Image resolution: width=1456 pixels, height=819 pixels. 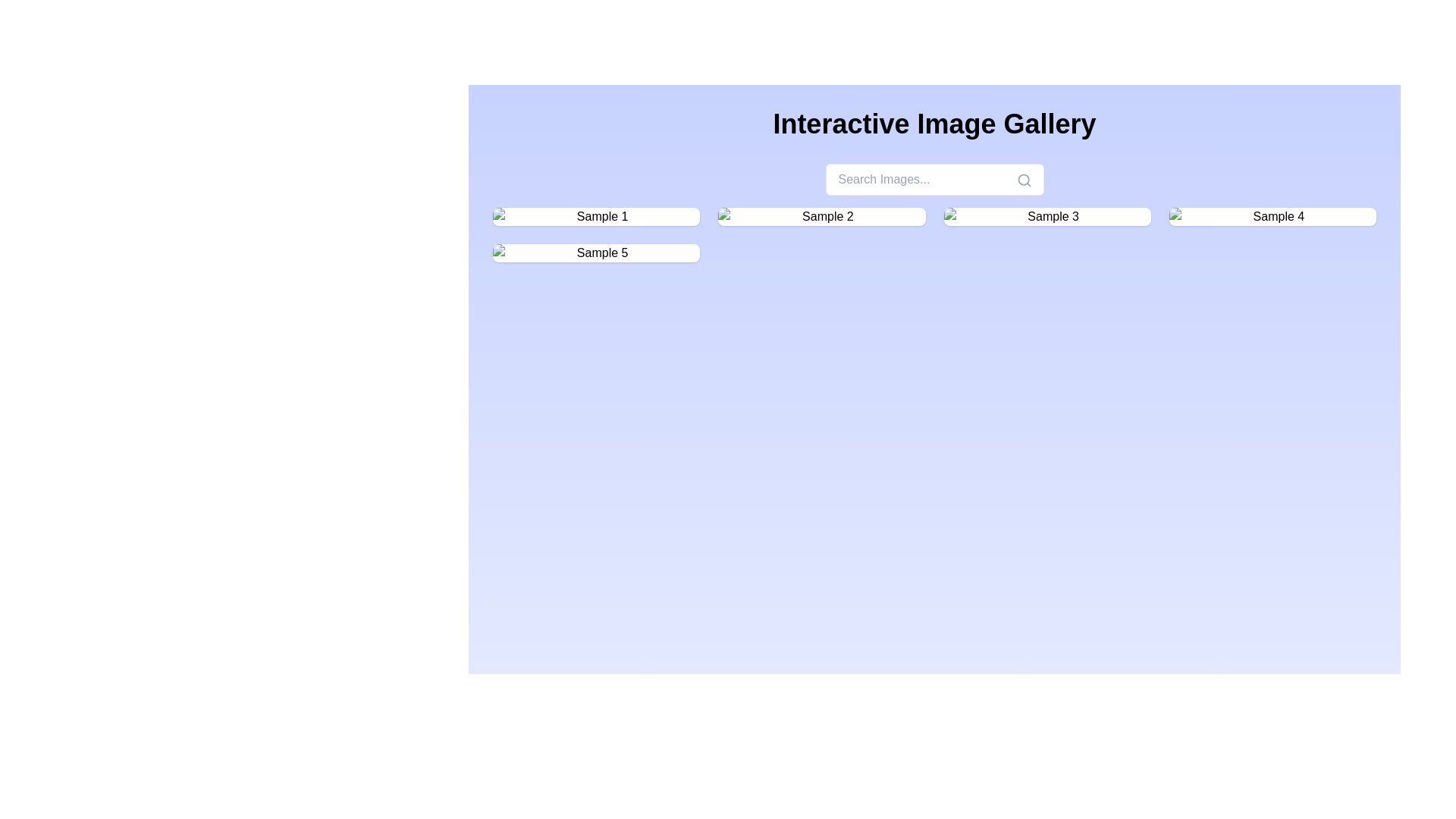 What do you see at coordinates (1024, 180) in the screenshot?
I see `the magnifying glass icon button located at the far right of the 'Search Images...' input field` at bounding box center [1024, 180].